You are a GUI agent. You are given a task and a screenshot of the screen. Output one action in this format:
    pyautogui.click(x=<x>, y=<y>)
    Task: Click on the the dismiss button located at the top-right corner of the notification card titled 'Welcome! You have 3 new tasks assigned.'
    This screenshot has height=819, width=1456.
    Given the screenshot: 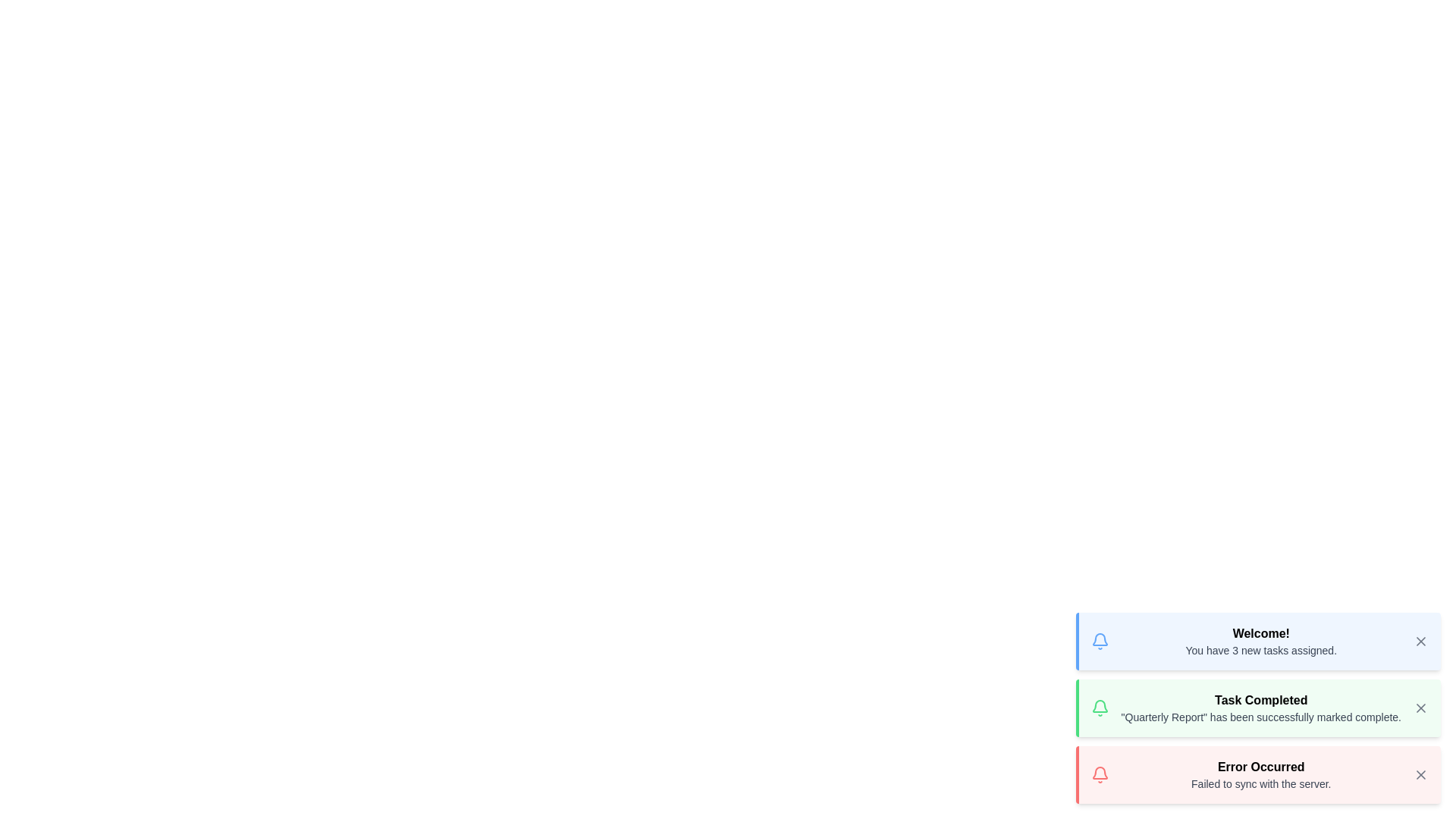 What is the action you would take?
    pyautogui.click(x=1420, y=641)
    